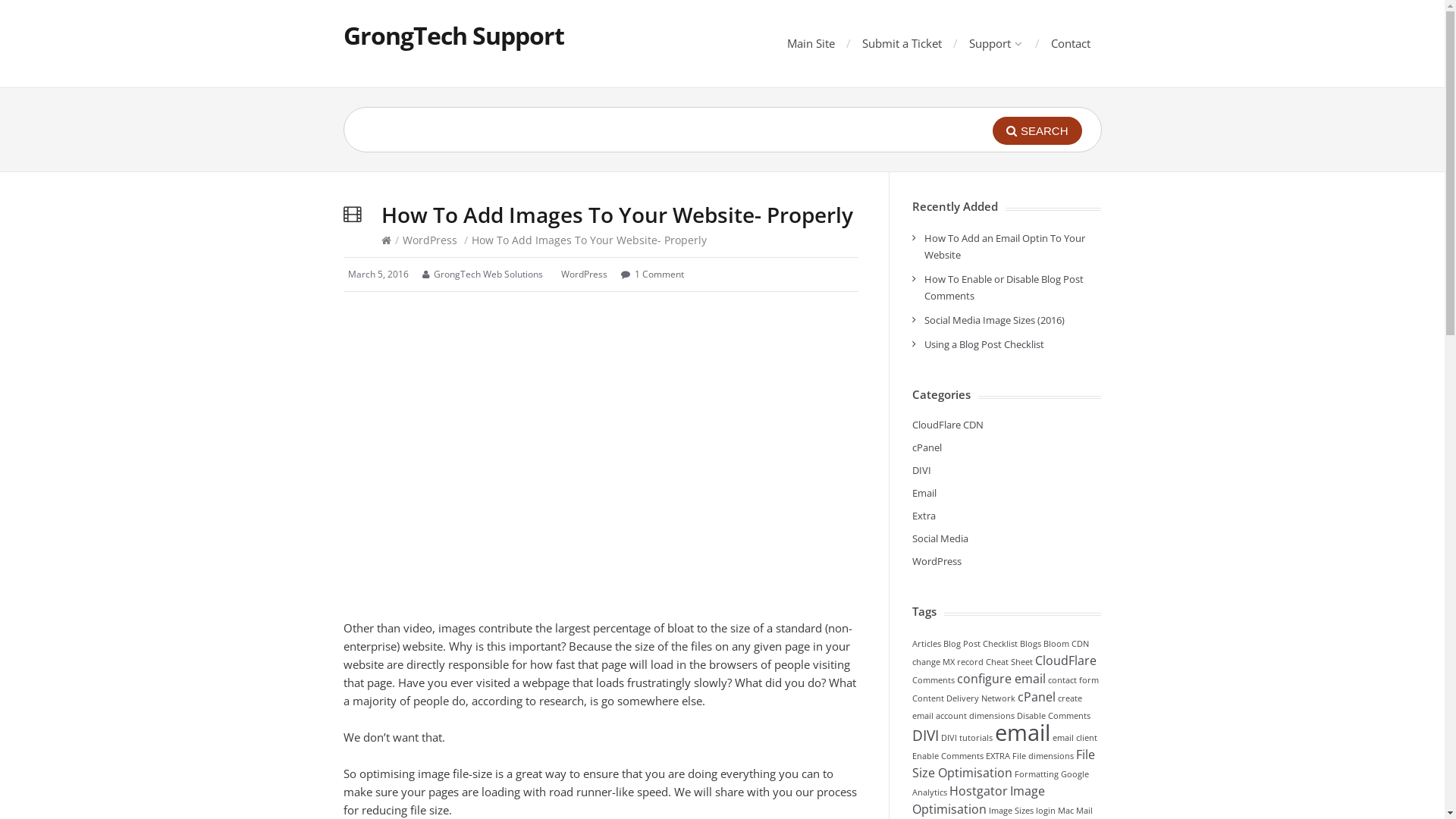  Describe the element at coordinates (924, 643) in the screenshot. I see `'Articles'` at that location.